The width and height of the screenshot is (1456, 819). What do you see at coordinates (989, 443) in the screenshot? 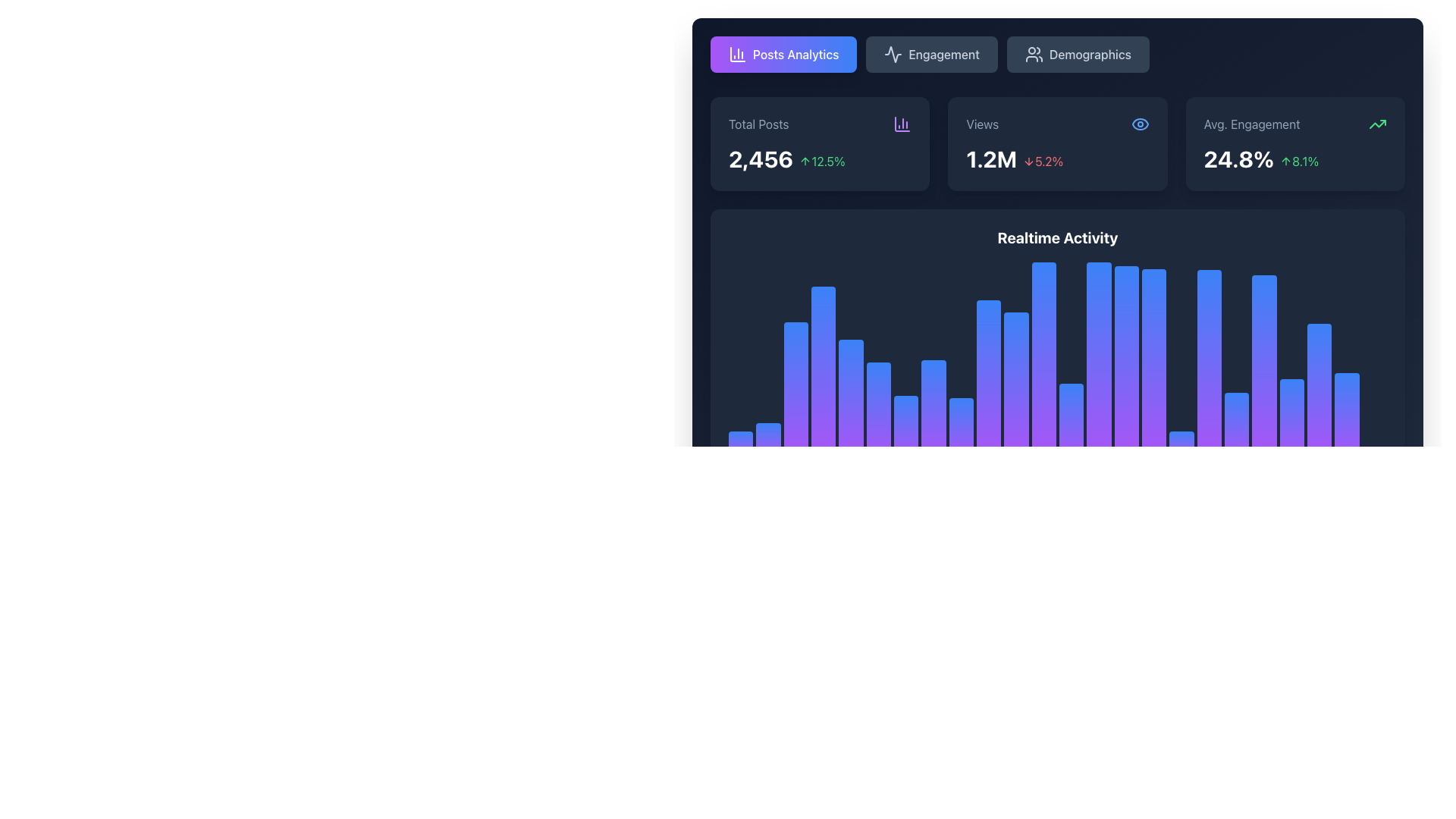
I see `the 10th bar in the 'Realtime Activity' bar chart` at bounding box center [989, 443].